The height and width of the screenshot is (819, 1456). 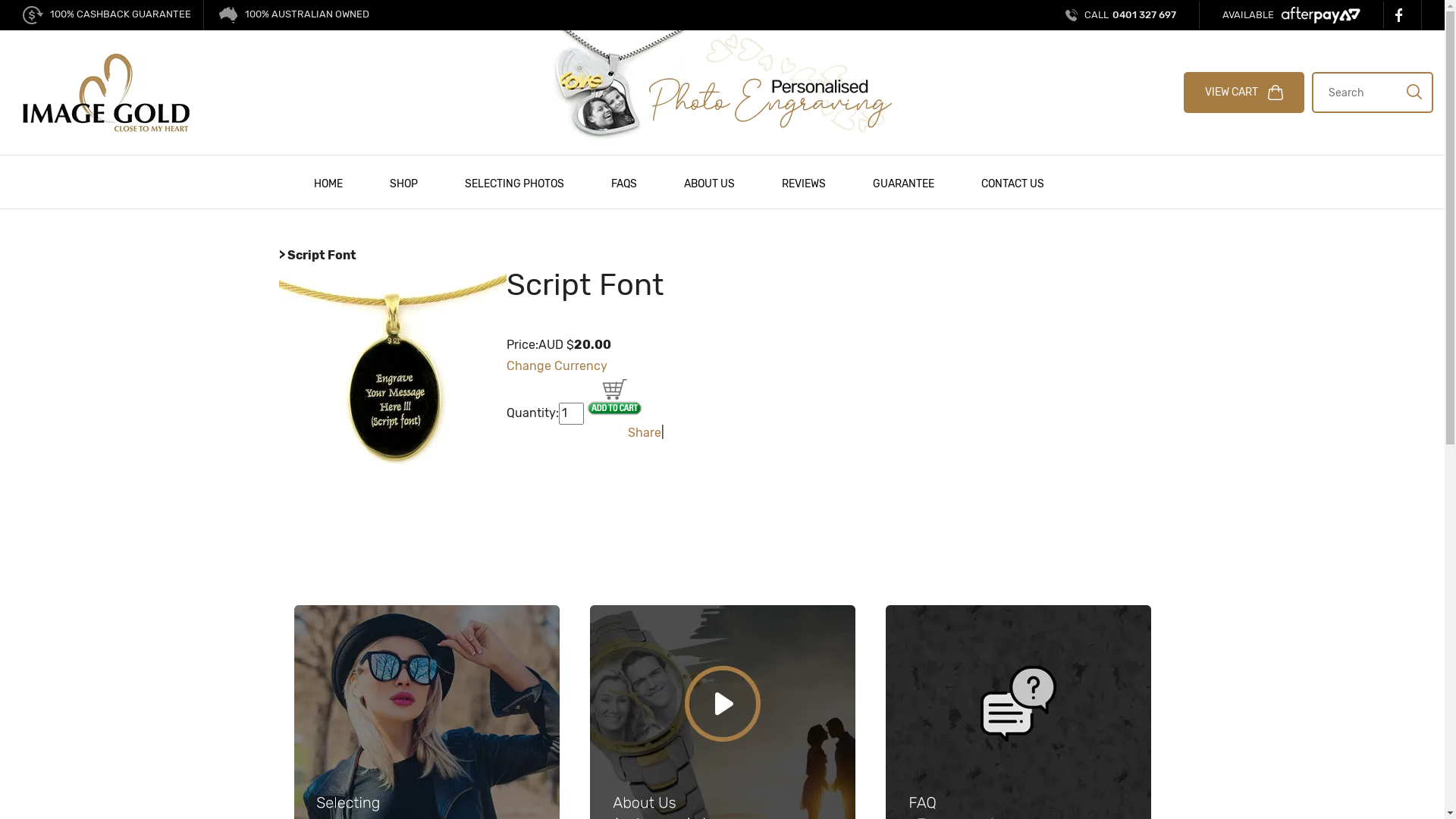 What do you see at coordinates (1012, 181) in the screenshot?
I see `'CONTACT US'` at bounding box center [1012, 181].